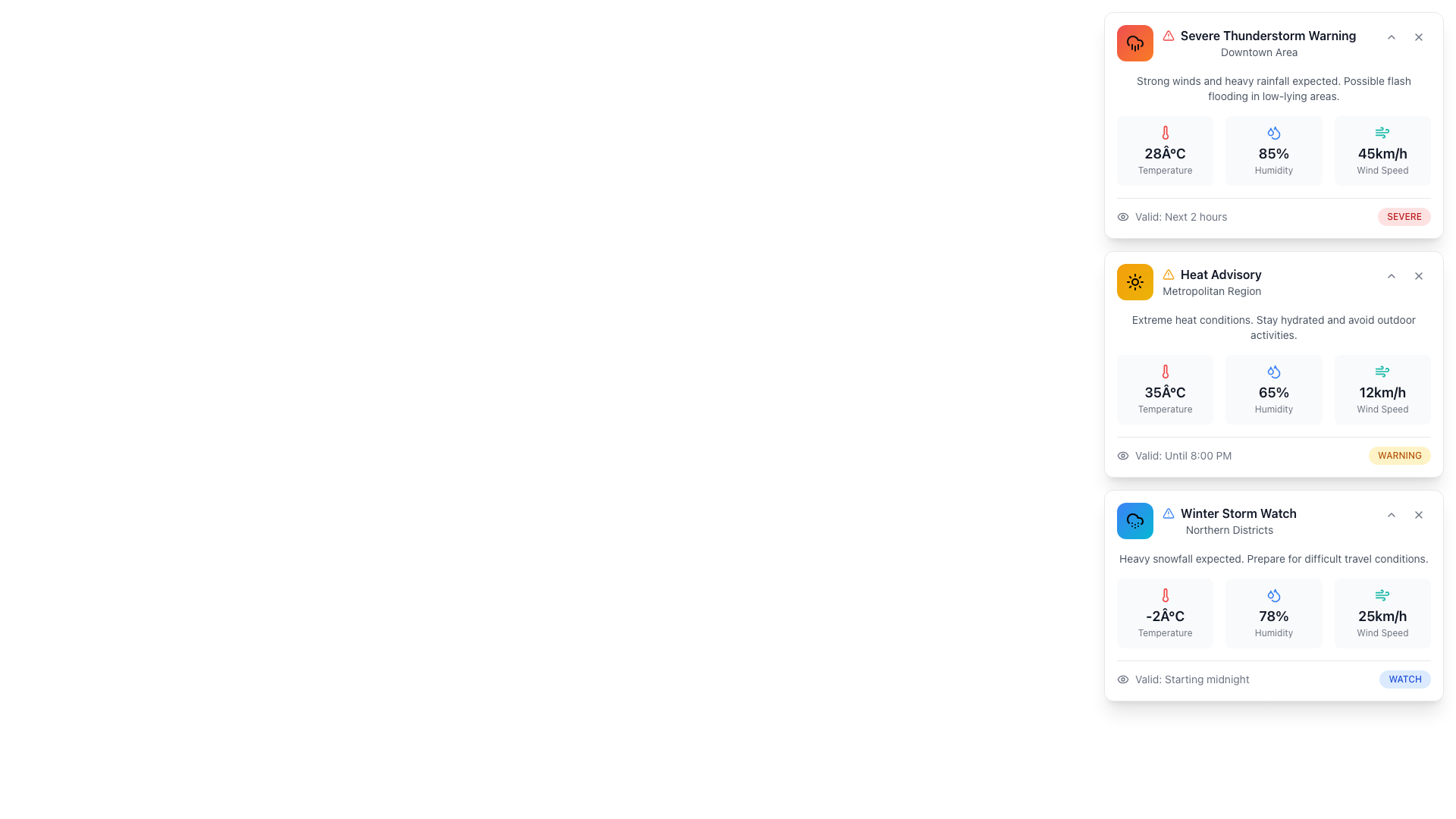 Image resolution: width=1456 pixels, height=819 pixels. What do you see at coordinates (1418, 36) in the screenshot?
I see `the close button with an SVG icon located in the top-right corner of the 'Severe Thunderstorm Warning' weather card` at bounding box center [1418, 36].